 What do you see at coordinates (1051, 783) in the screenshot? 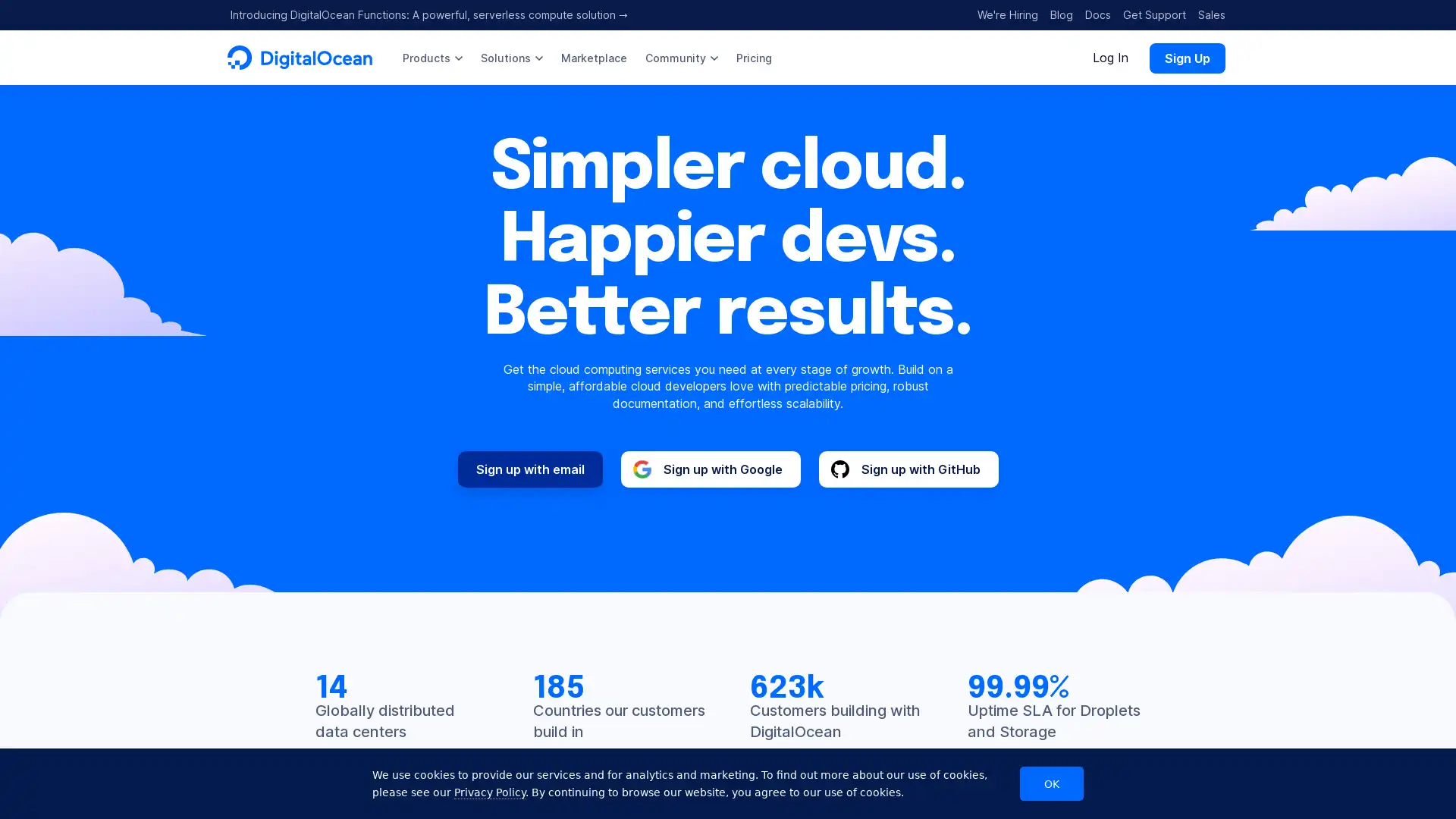
I see `OK` at bounding box center [1051, 783].